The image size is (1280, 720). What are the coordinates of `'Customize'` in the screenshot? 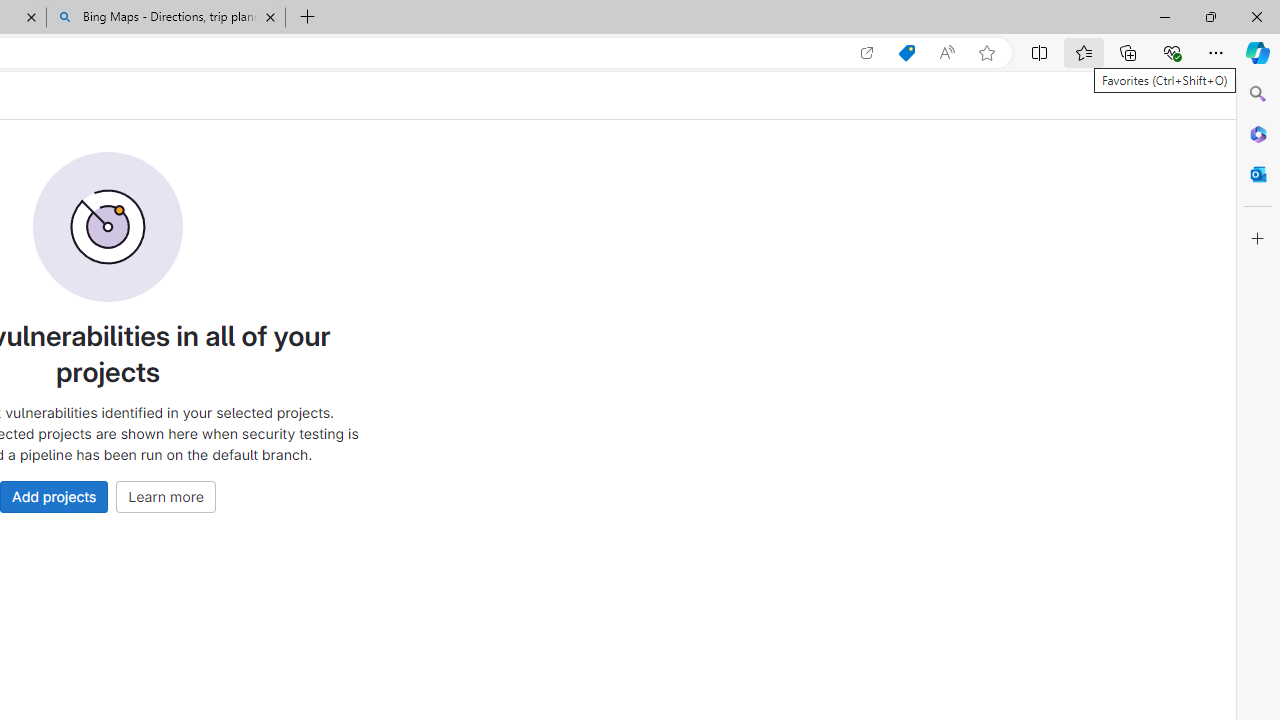 It's located at (1257, 238).